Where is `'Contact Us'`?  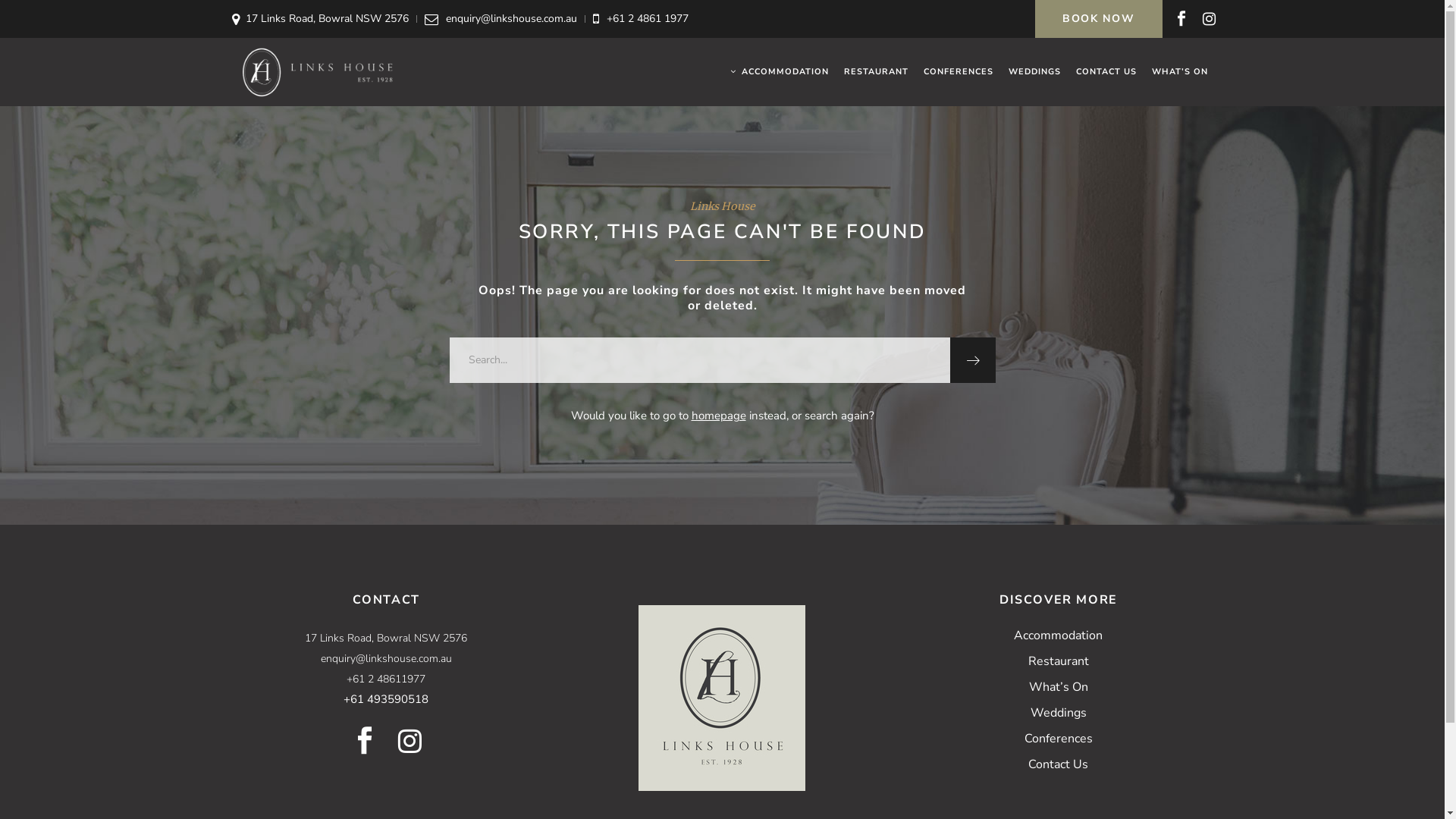 'Contact Us' is located at coordinates (1057, 764).